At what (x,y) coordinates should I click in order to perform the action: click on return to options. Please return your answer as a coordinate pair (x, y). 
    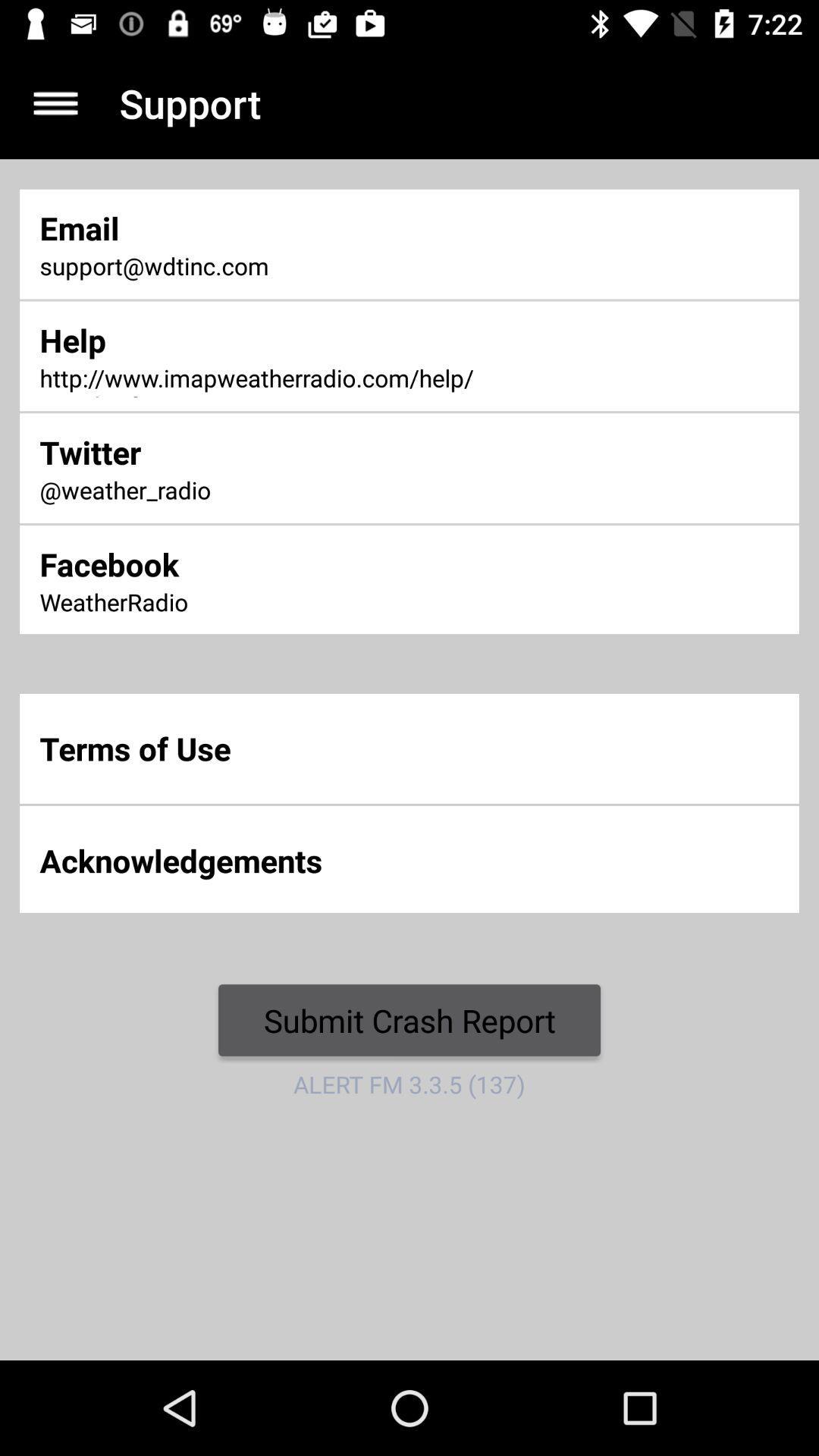
    Looking at the image, I should click on (55, 102).